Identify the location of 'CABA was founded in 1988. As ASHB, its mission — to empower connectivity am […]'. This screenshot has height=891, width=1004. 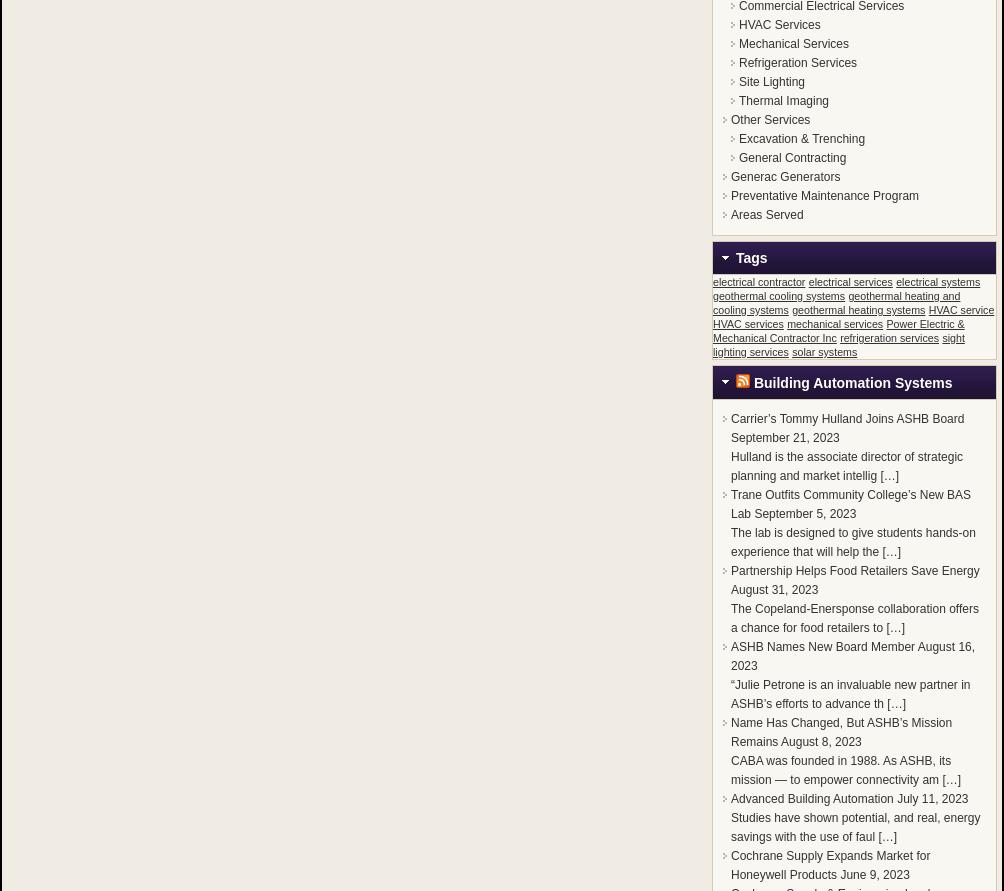
(845, 770).